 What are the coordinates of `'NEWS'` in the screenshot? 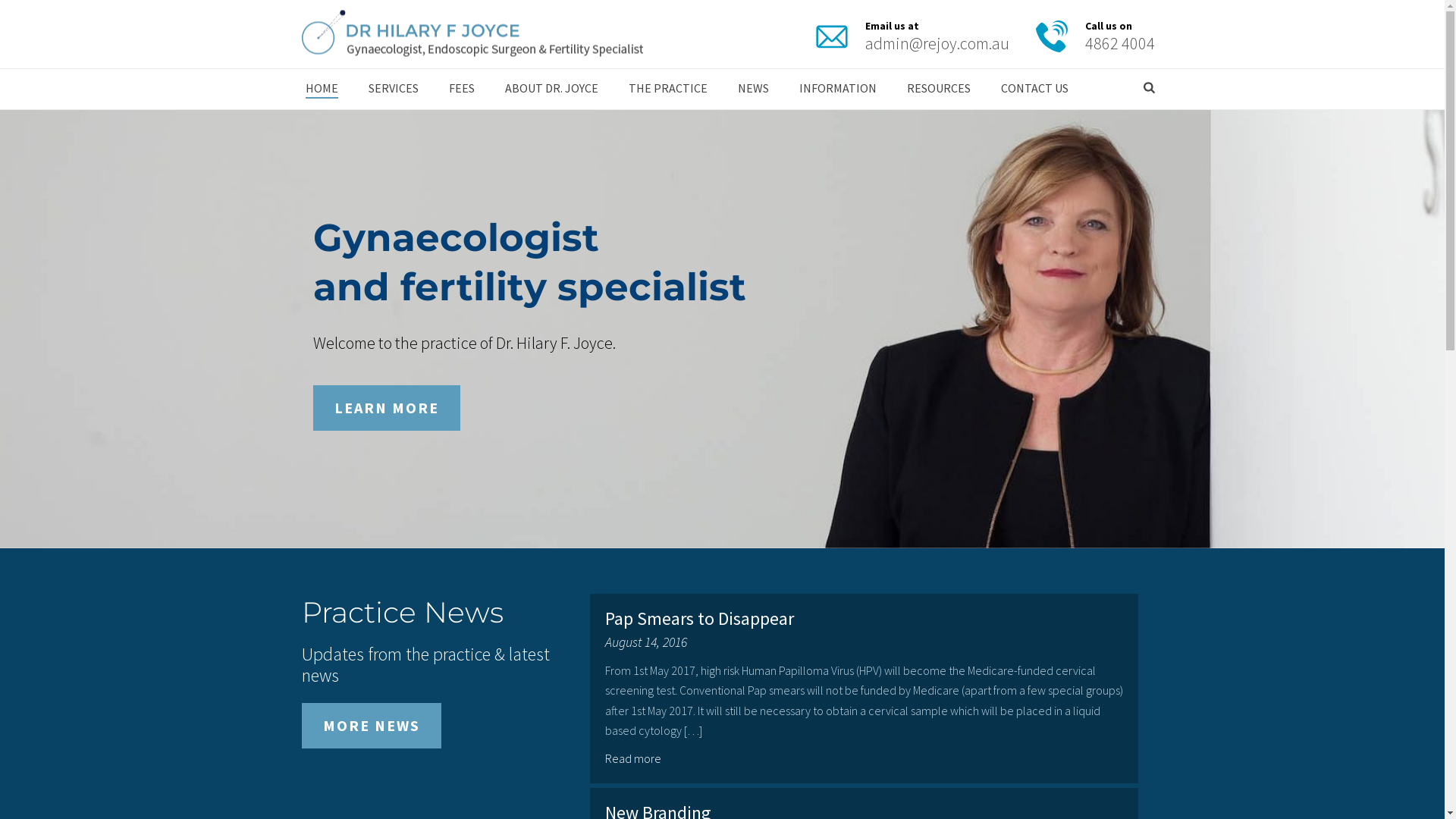 It's located at (720, 89).